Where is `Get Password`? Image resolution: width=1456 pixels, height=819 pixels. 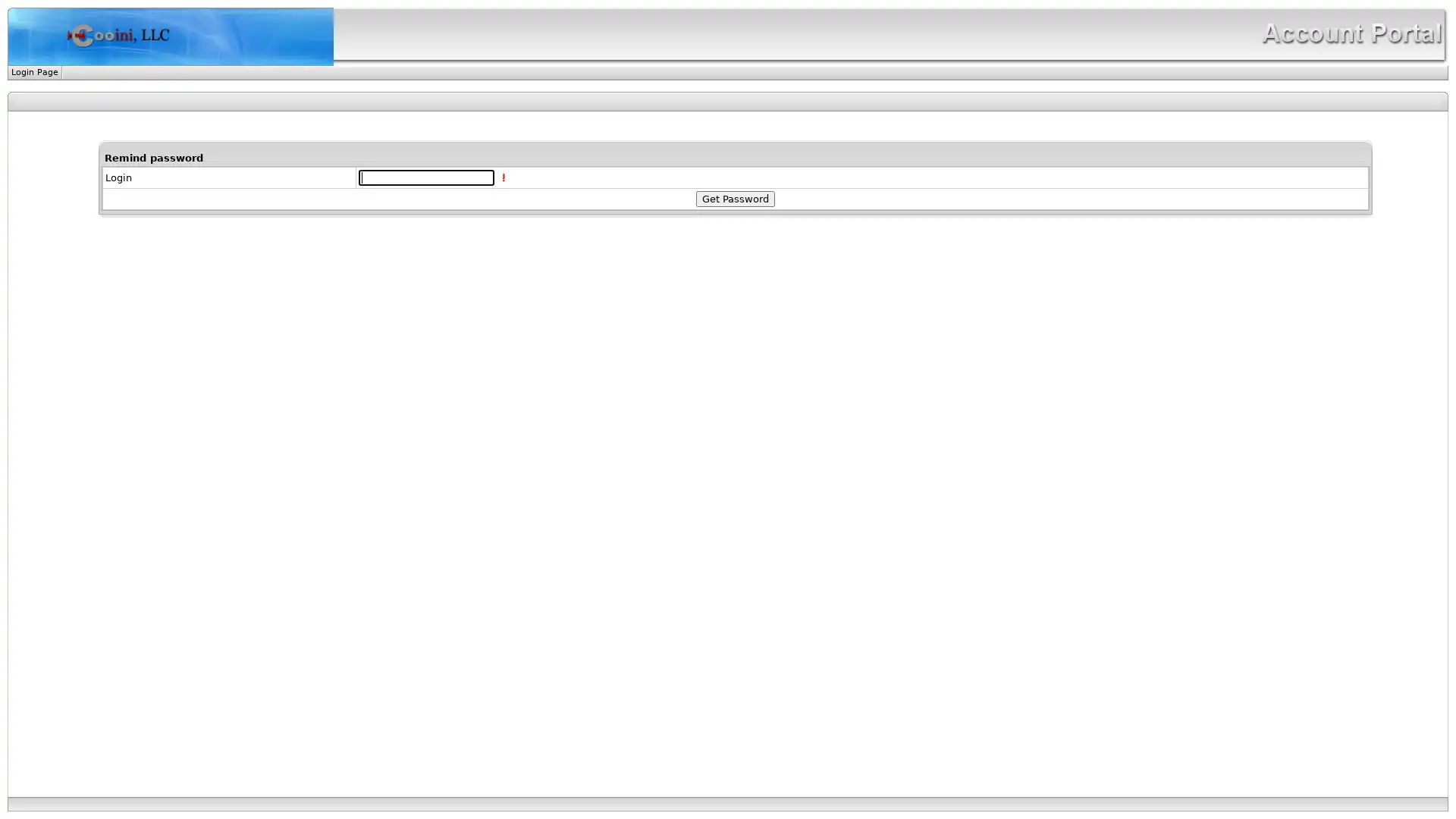 Get Password is located at coordinates (735, 198).